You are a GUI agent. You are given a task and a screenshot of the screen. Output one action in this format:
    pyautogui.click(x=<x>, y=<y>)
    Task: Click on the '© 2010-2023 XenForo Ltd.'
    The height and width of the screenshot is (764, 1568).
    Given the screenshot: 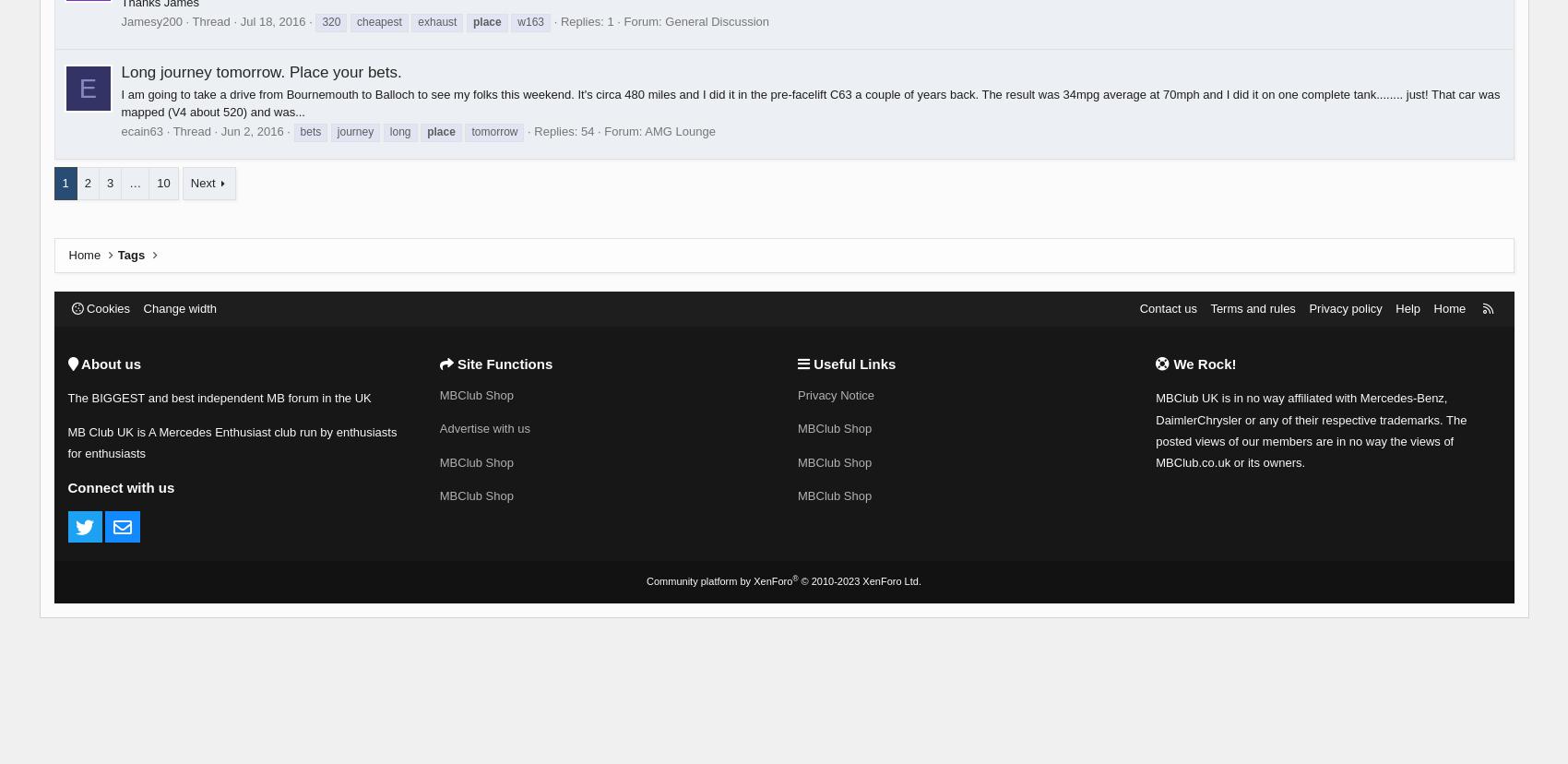 What is the action you would take?
    pyautogui.click(x=860, y=581)
    